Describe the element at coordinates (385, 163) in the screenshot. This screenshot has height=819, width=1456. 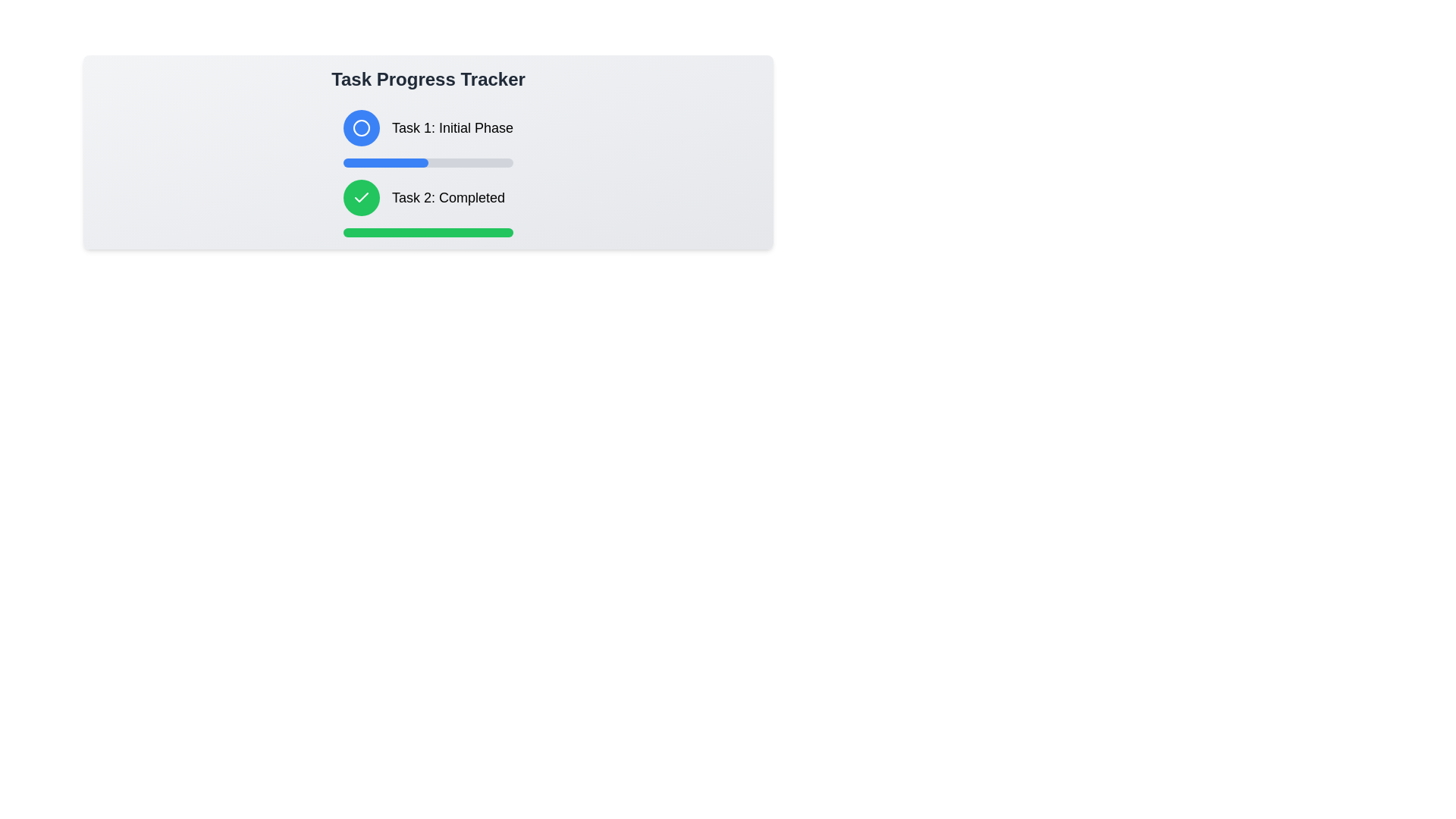
I see `the leftmost 50% segment of the gray progress bar representing progress for 'Task 1: Initial Phase', located beneath the corresponding text and adjacent to a blue circular icon` at that location.